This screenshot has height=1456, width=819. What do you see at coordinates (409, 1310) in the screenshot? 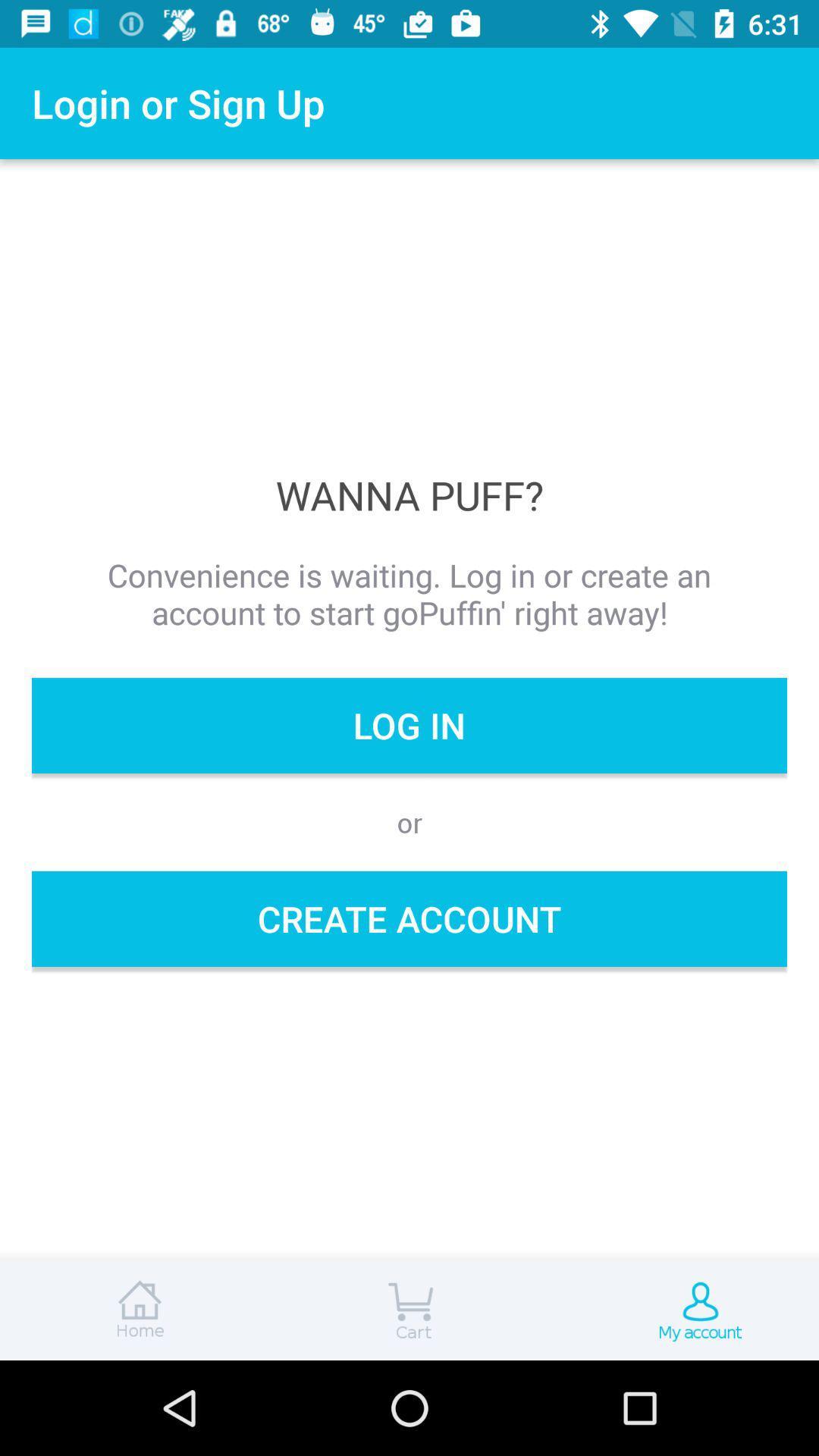
I see `open cart` at bounding box center [409, 1310].